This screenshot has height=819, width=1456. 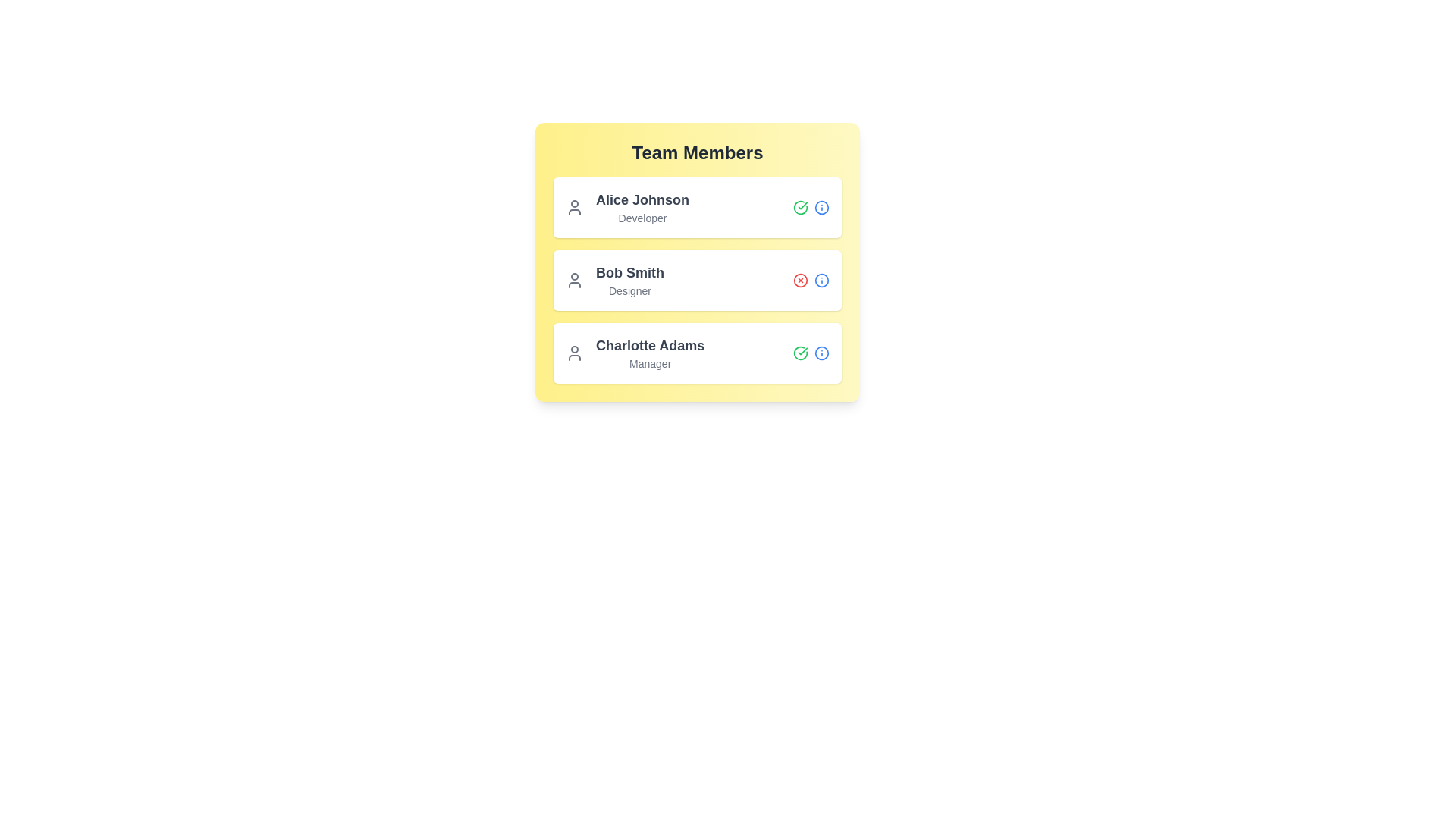 I want to click on information icon for the profile of Charlotte Adams, so click(x=821, y=353).